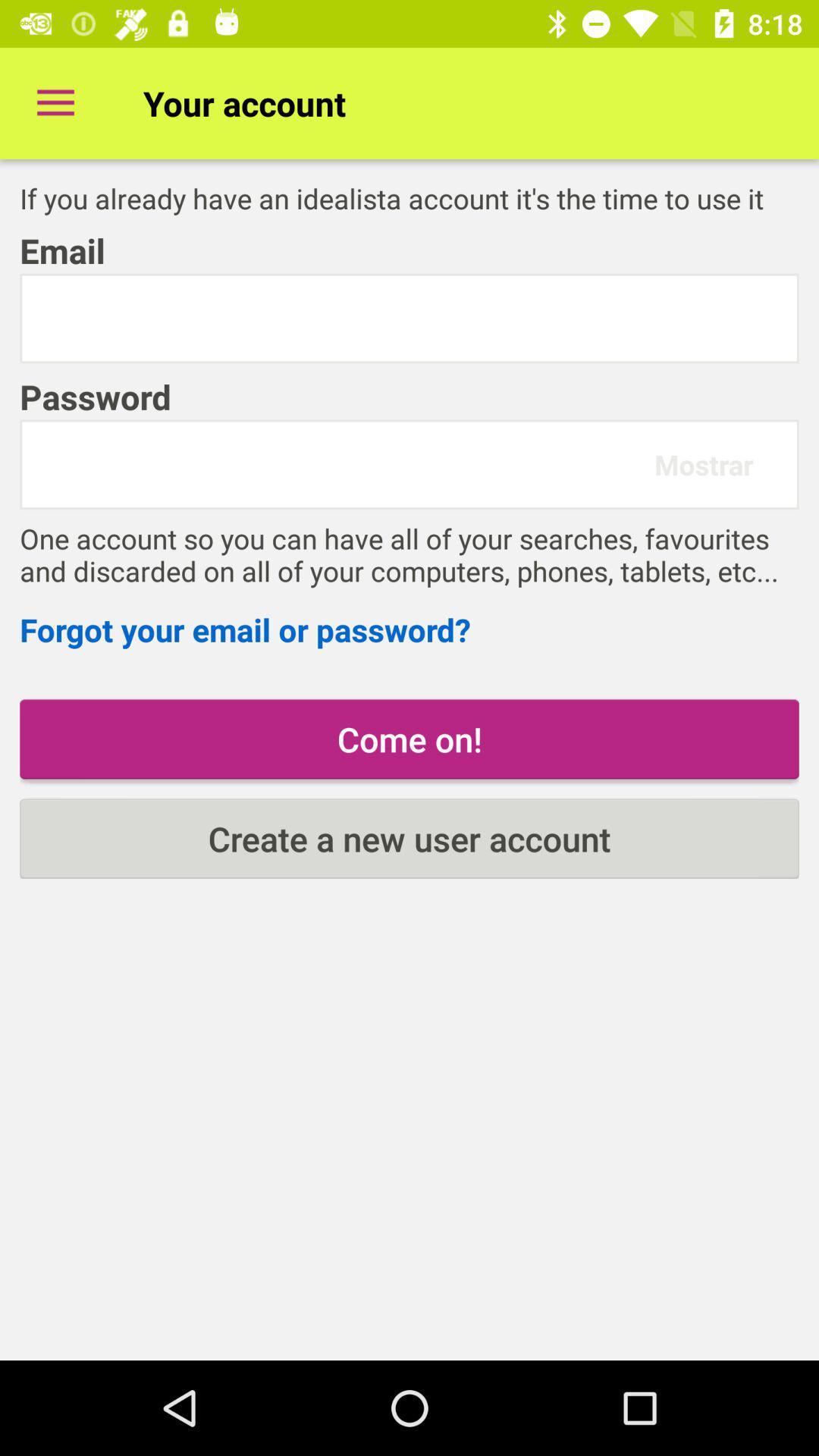 Image resolution: width=819 pixels, height=1456 pixels. What do you see at coordinates (409, 838) in the screenshot?
I see `the icon below the come on!` at bounding box center [409, 838].